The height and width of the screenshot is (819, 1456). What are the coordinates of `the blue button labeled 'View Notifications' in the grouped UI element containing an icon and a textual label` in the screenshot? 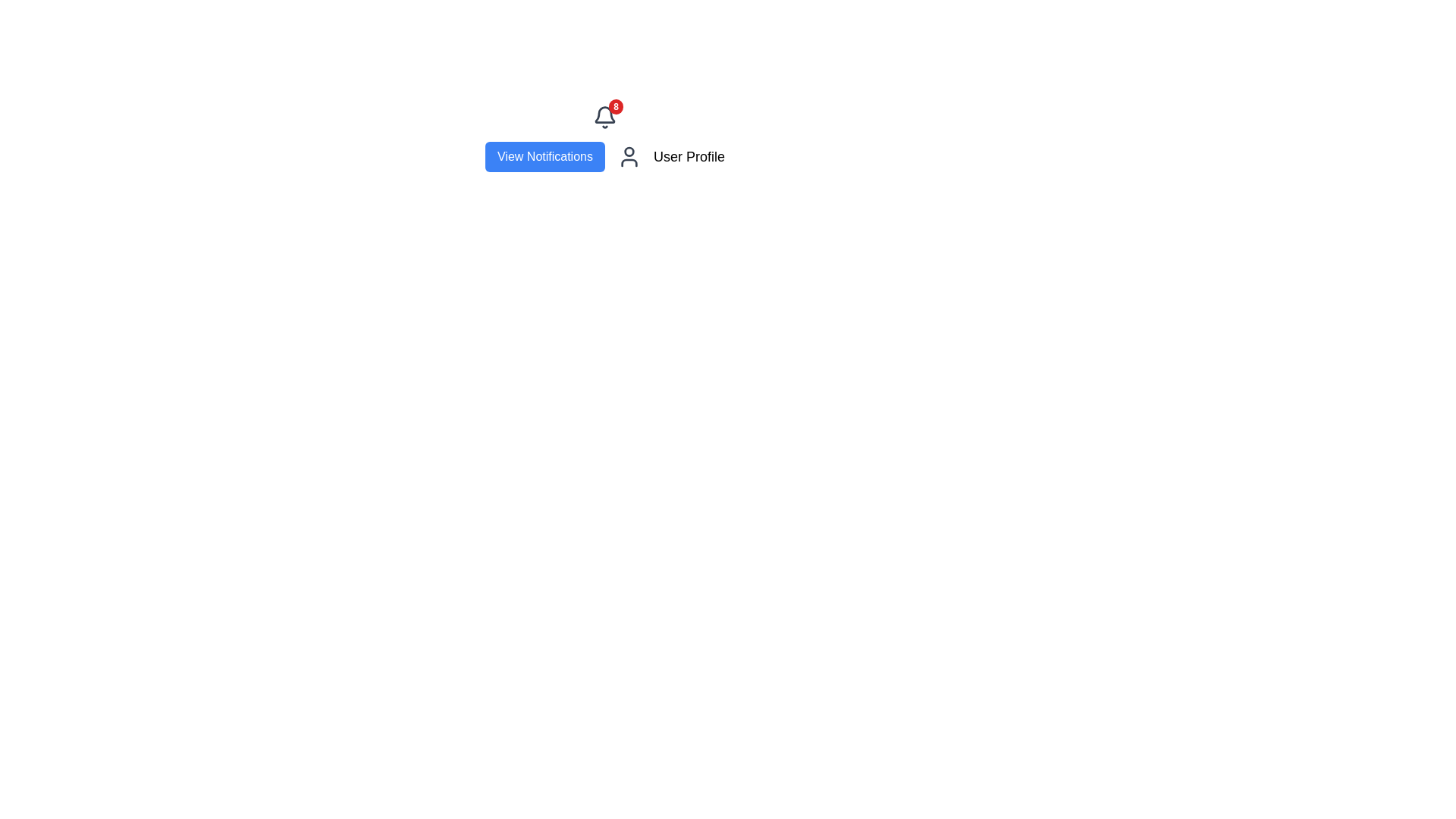 It's located at (604, 157).